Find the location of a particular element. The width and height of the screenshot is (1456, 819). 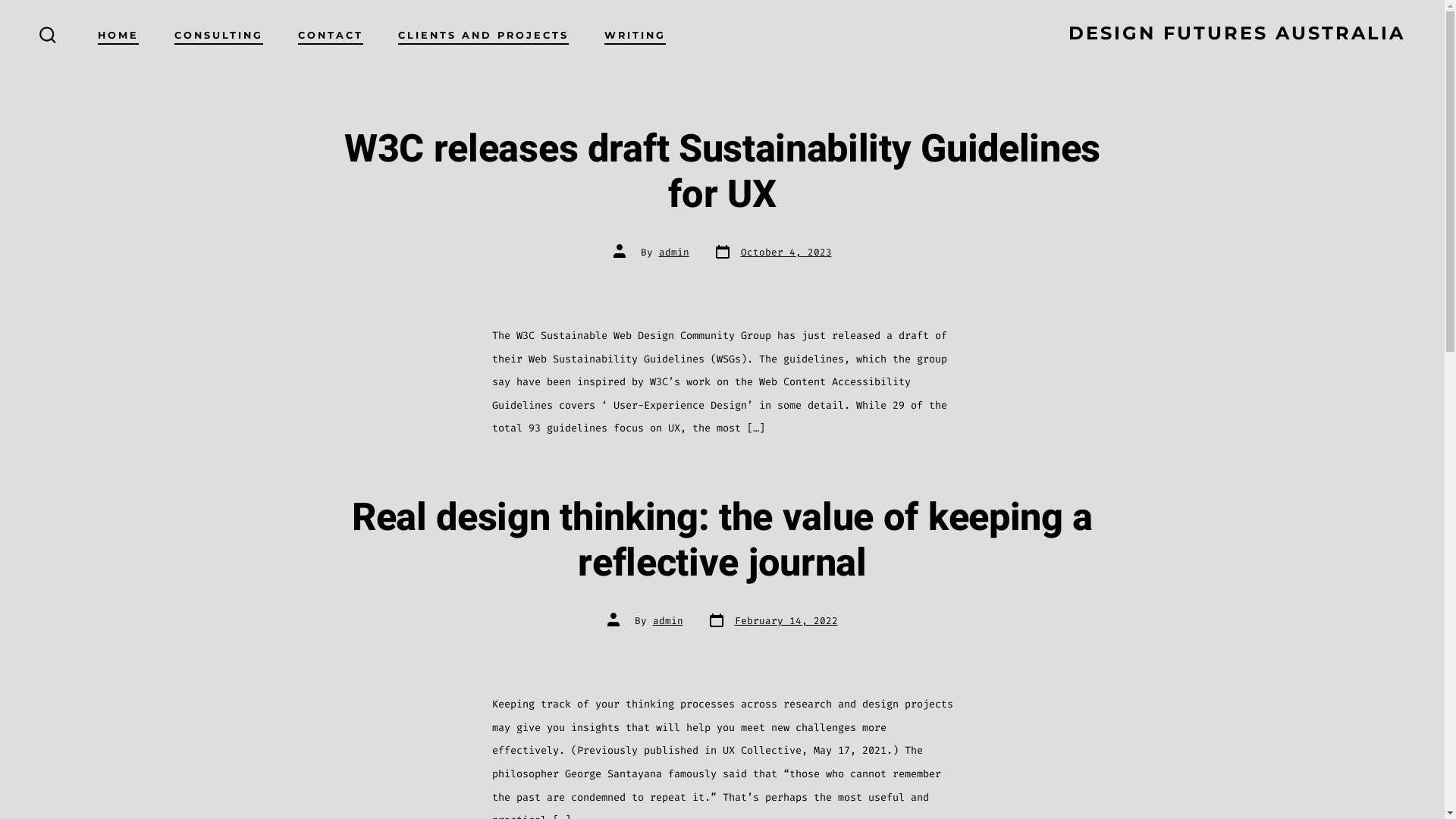

'admin' is located at coordinates (673, 251).